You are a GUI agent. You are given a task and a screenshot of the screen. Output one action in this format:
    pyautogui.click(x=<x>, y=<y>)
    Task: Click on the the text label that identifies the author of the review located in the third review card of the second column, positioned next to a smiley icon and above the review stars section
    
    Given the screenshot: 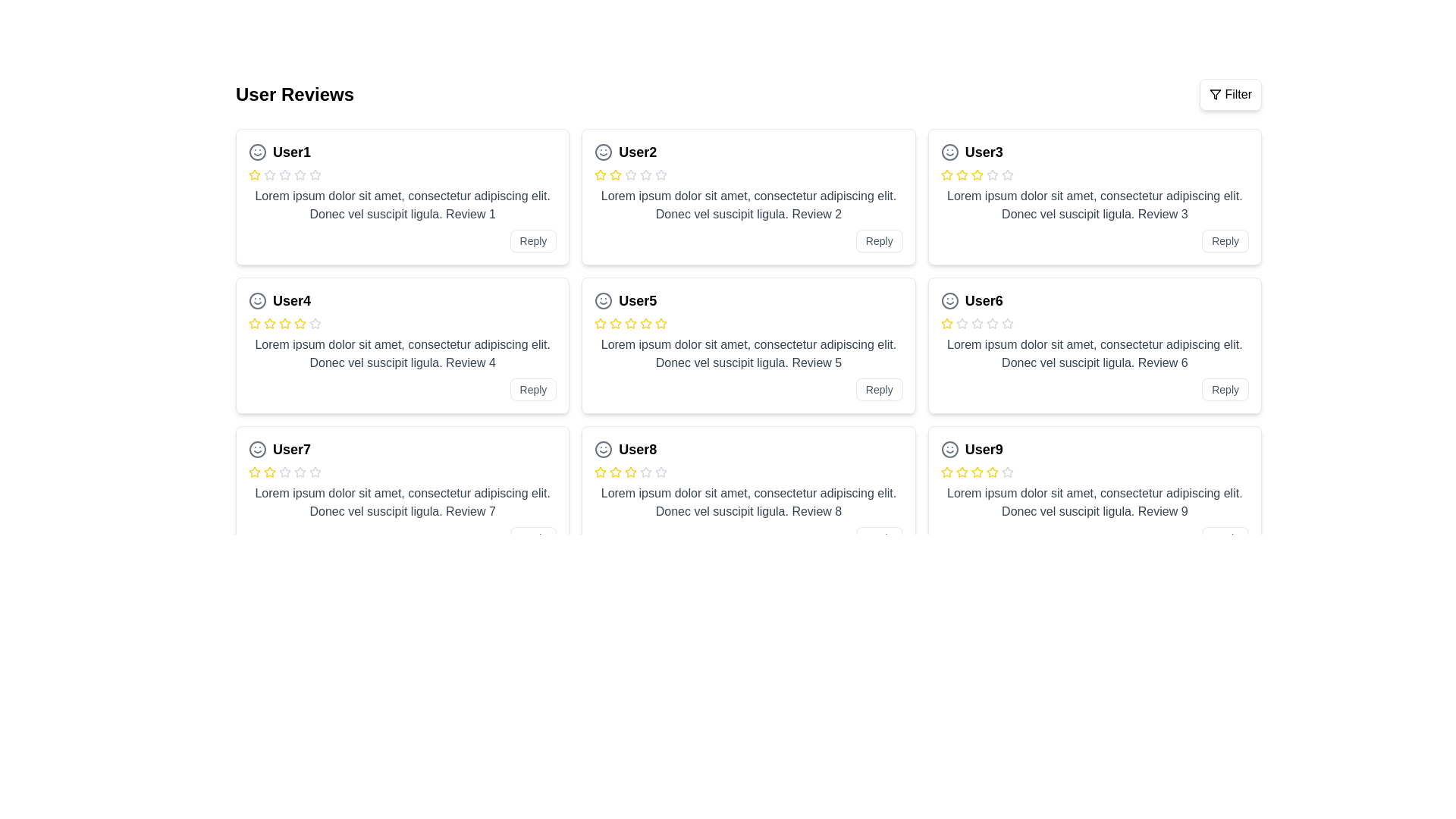 What is the action you would take?
    pyautogui.click(x=984, y=152)
    